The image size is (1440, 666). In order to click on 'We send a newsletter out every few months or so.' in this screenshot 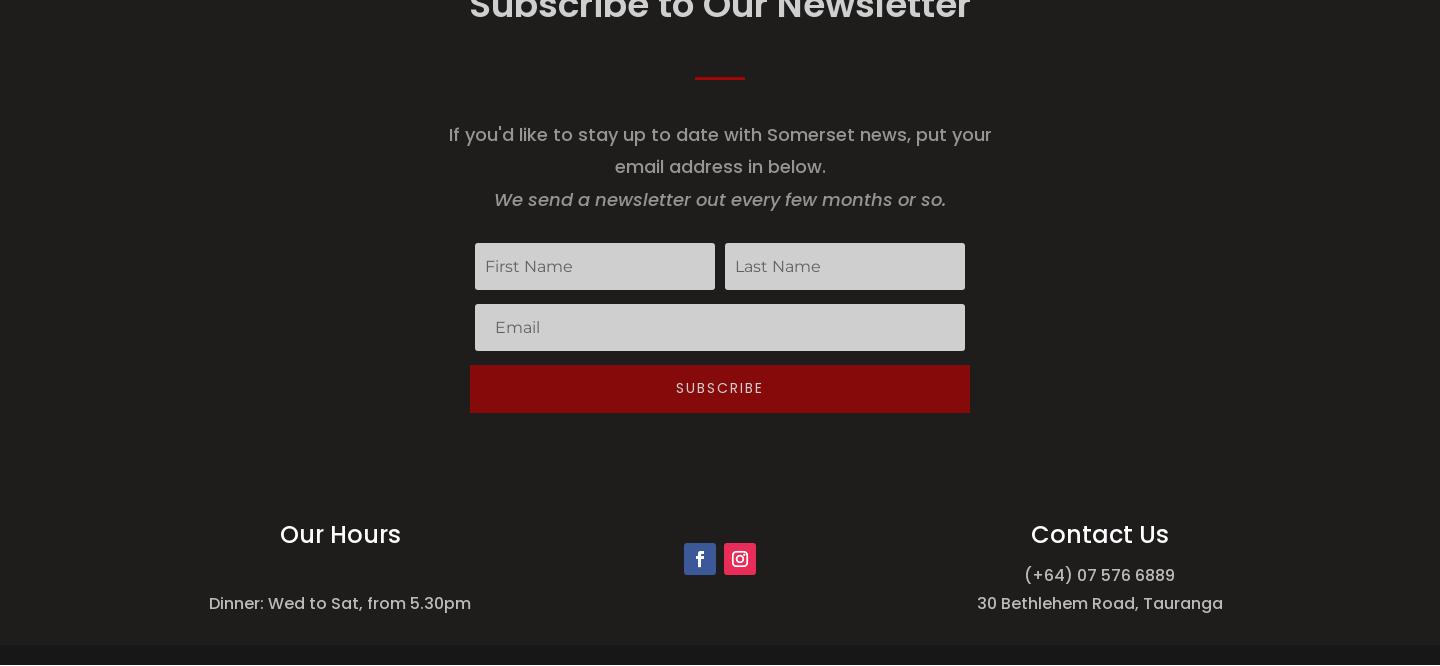, I will do `click(720, 197)`.